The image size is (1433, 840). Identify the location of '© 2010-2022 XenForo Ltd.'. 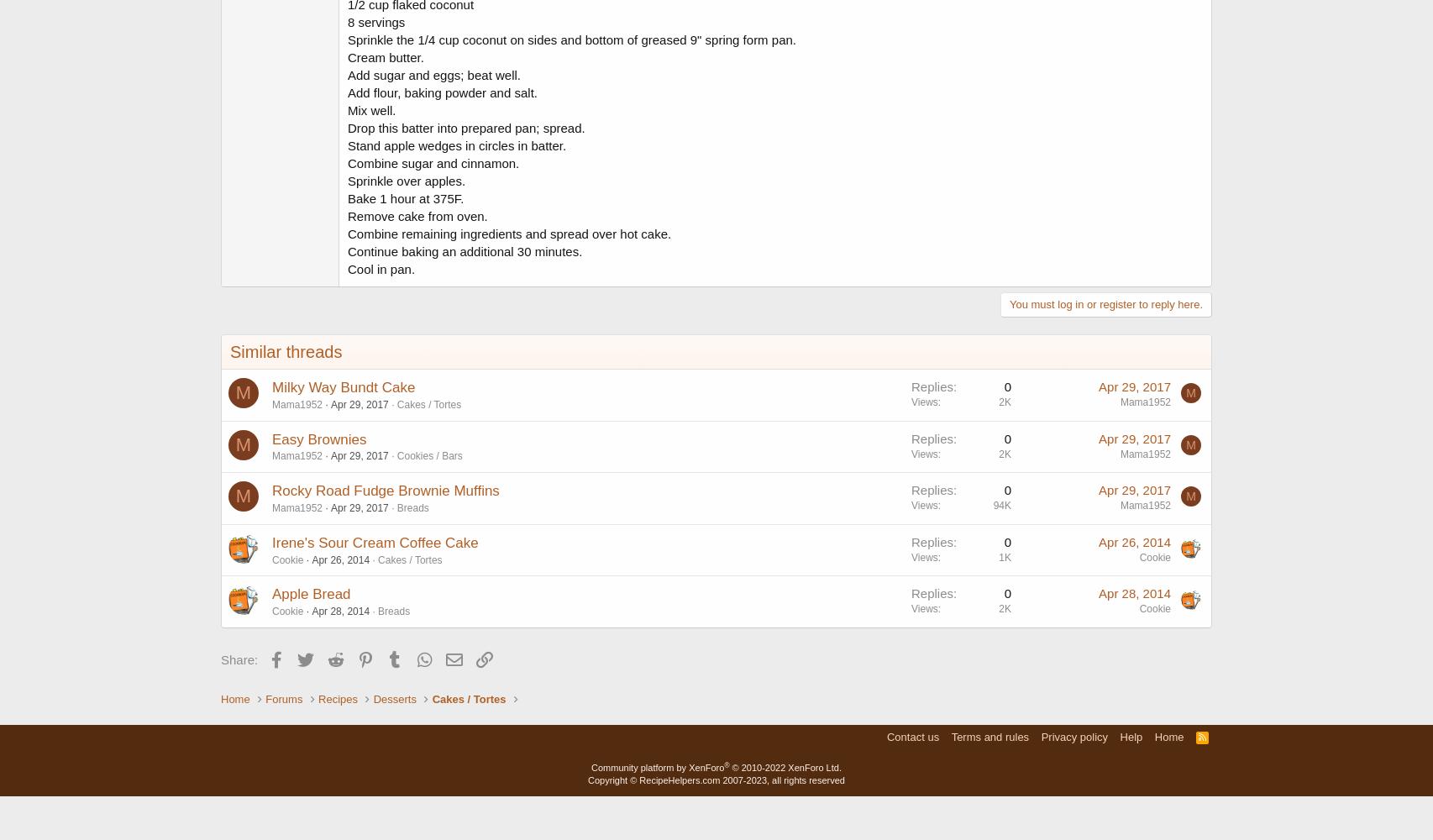
(732, 767).